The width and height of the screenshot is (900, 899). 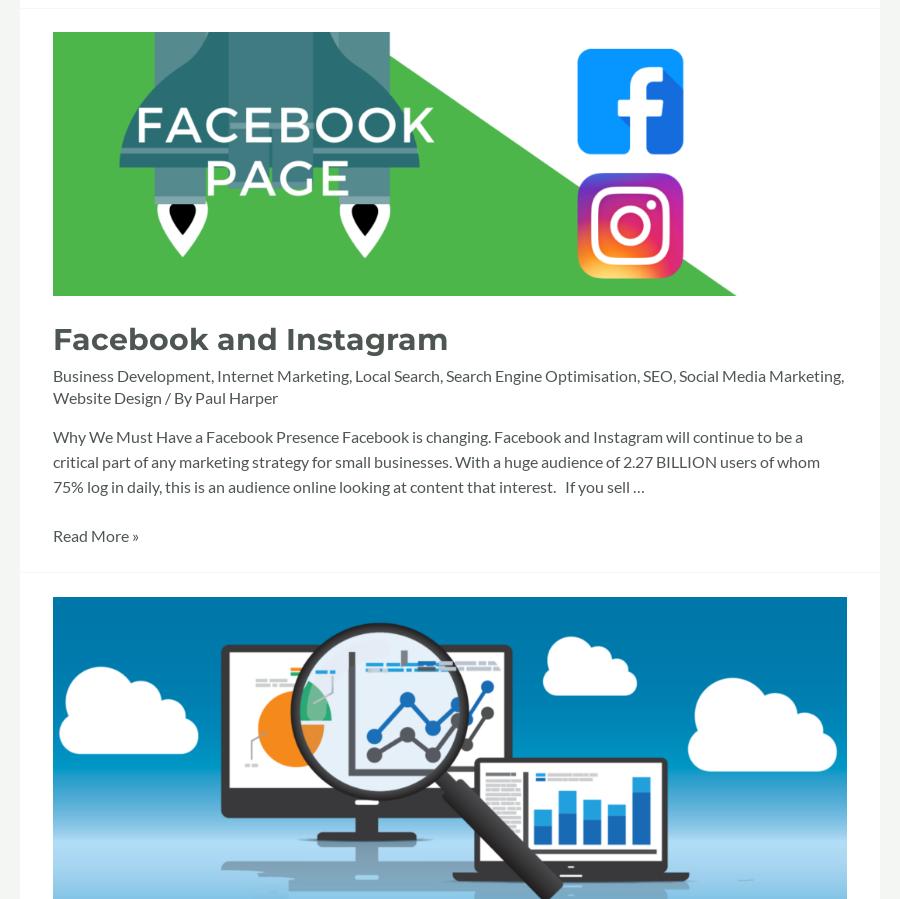 What do you see at coordinates (677, 373) in the screenshot?
I see `'Social Media Marketing'` at bounding box center [677, 373].